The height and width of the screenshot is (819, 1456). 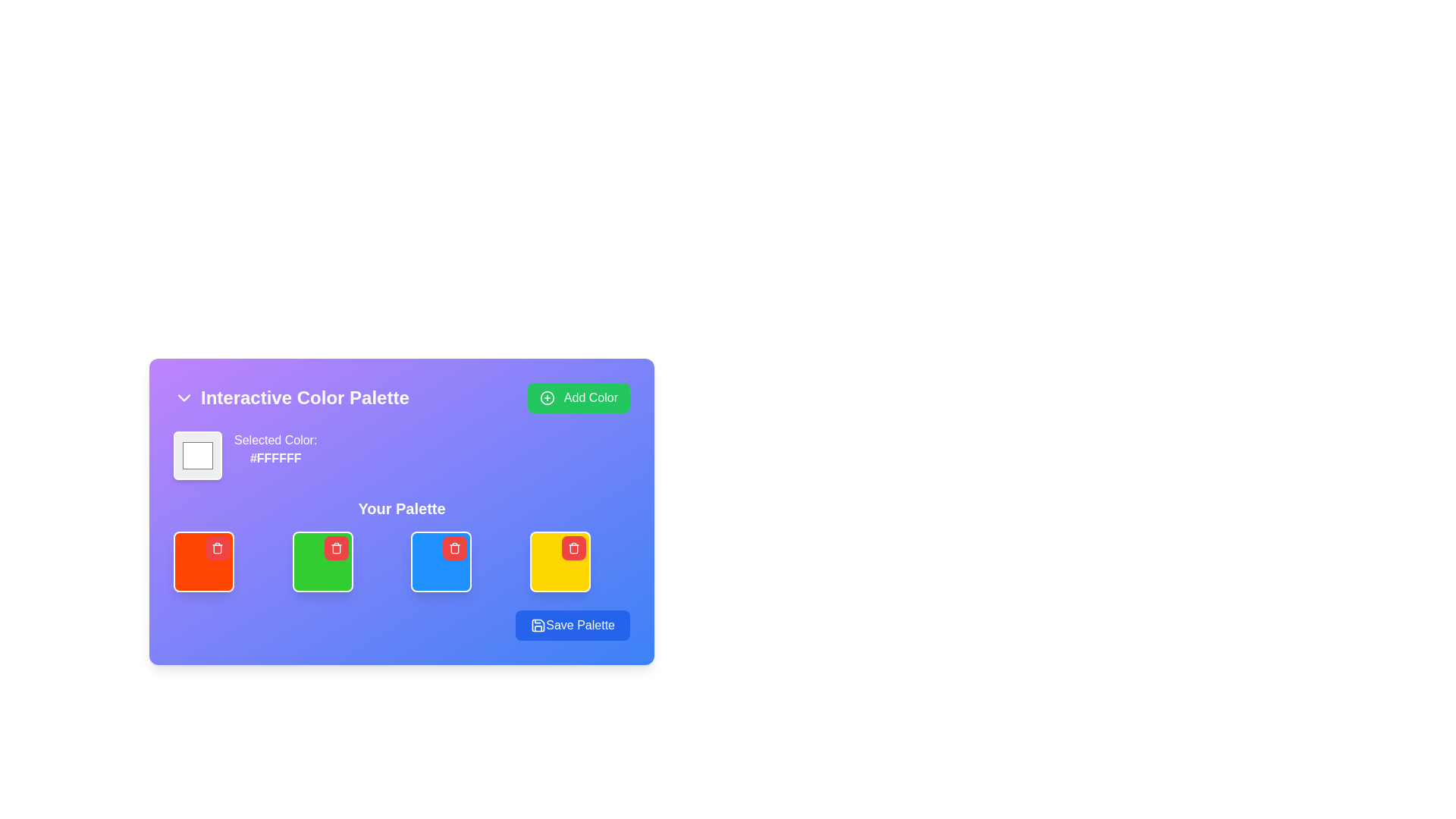 What do you see at coordinates (291, 397) in the screenshot?
I see `the chevron-down icon adjacent to the 'Interactive Color Palette' heading if it is interactive` at bounding box center [291, 397].